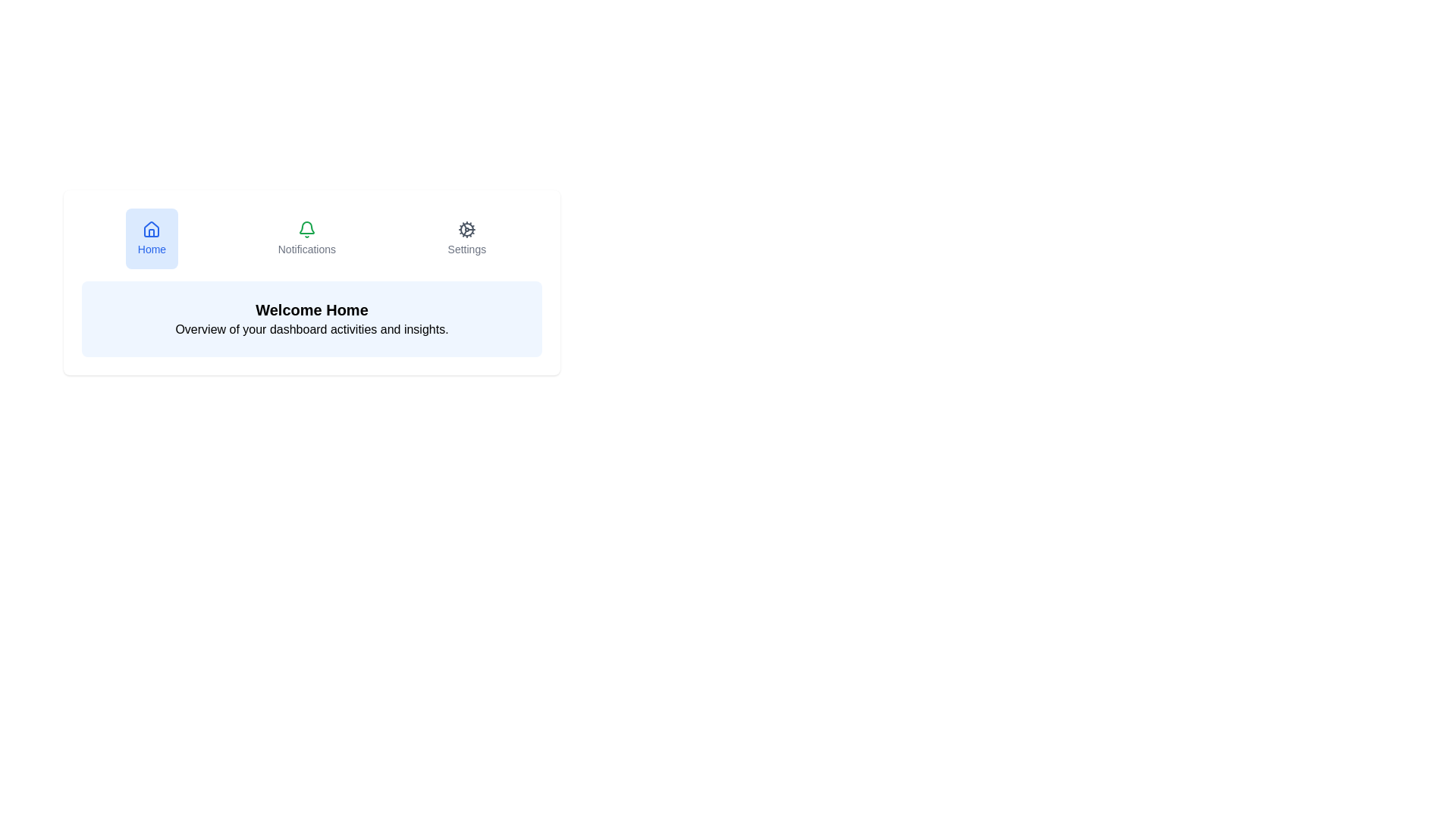 This screenshot has height=819, width=1456. What do you see at coordinates (152, 239) in the screenshot?
I see `the tab labeled Home to see its hover effect` at bounding box center [152, 239].